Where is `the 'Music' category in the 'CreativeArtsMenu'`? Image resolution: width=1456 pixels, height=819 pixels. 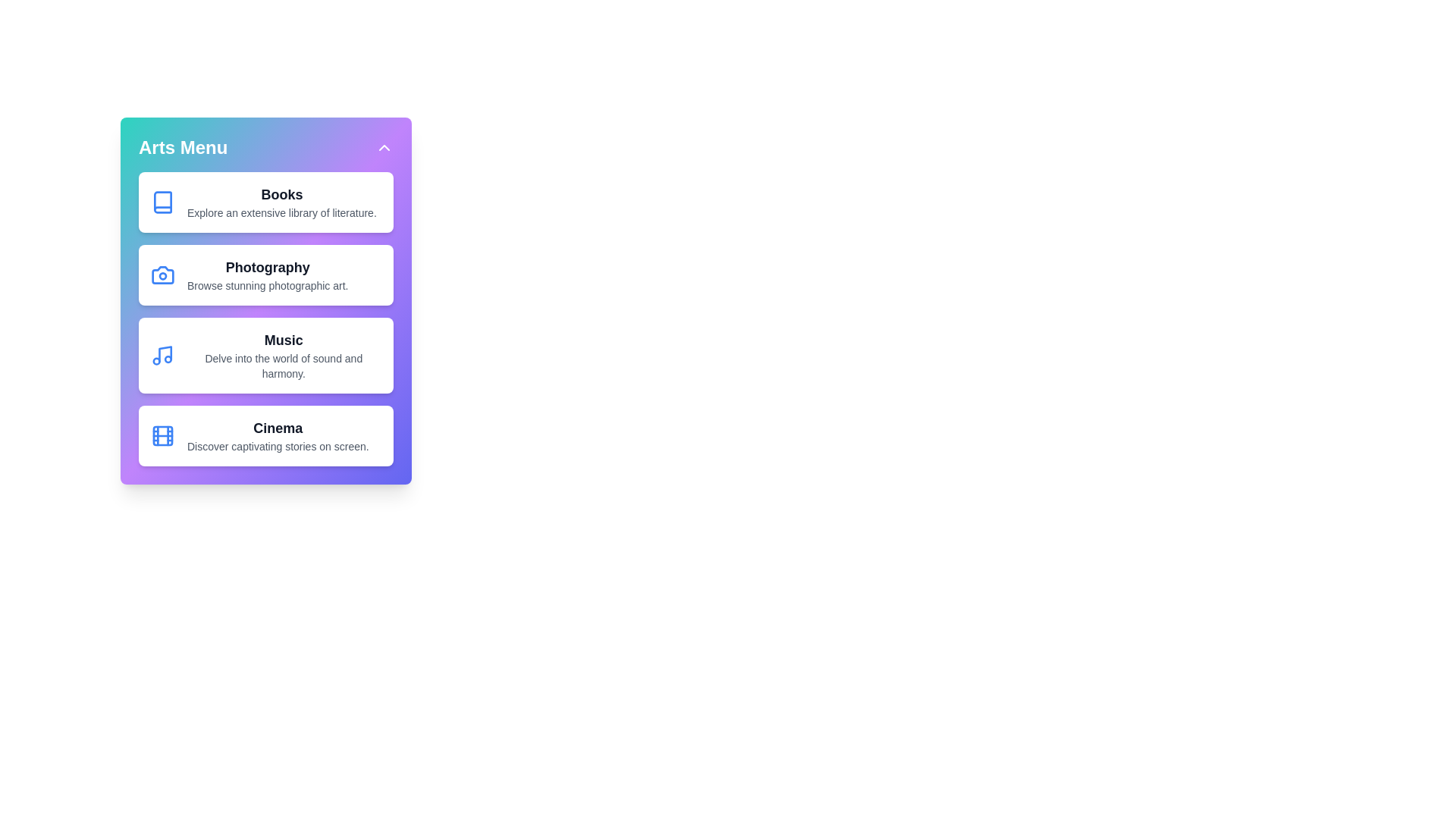 the 'Music' category in the 'CreativeArtsMenu' is located at coordinates (284, 356).